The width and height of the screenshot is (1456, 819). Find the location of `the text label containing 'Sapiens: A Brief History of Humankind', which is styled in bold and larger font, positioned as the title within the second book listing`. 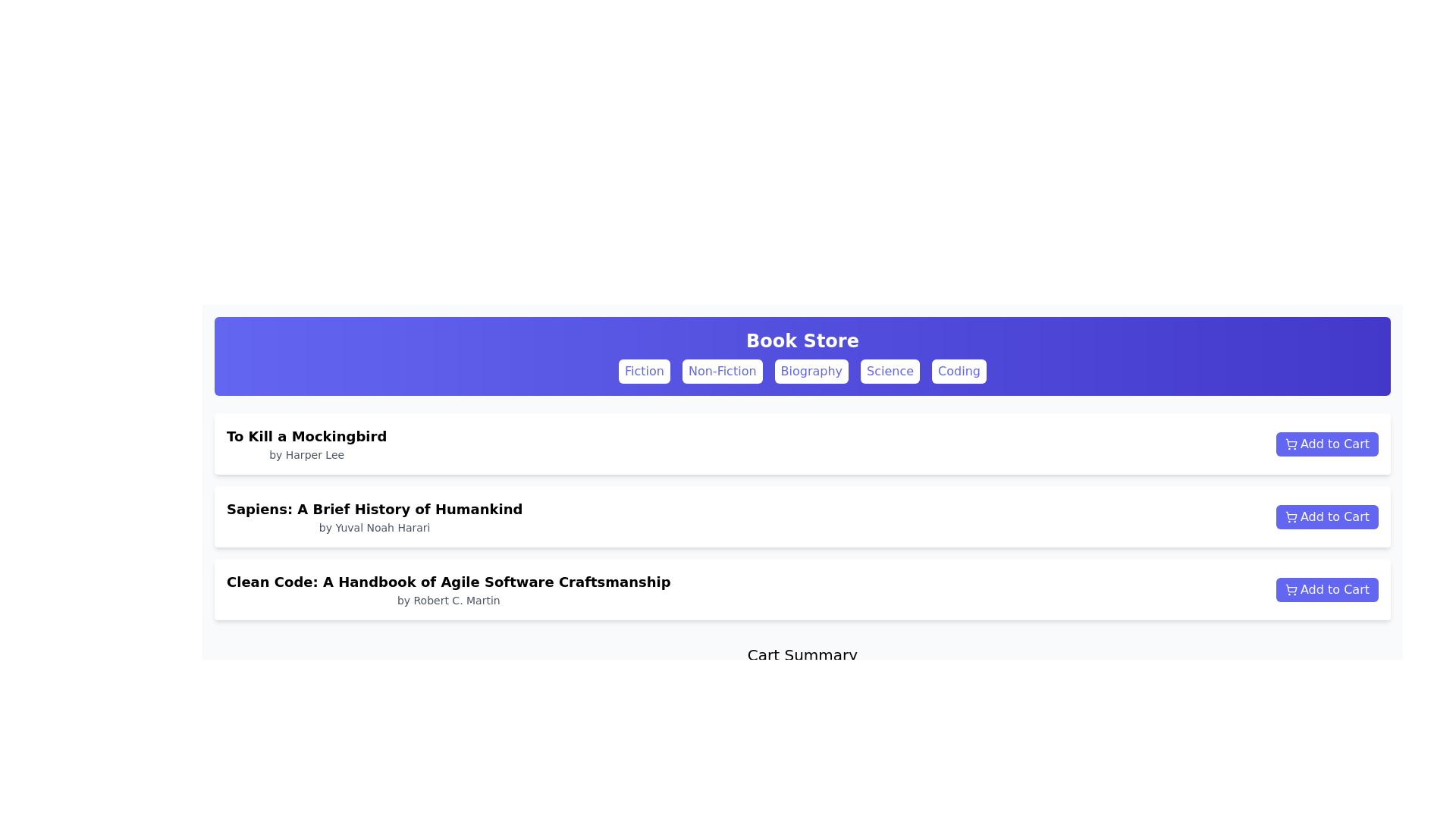

the text label containing 'Sapiens: A Brief History of Humankind', which is styled in bold and larger font, positioned as the title within the second book listing is located at coordinates (375, 509).